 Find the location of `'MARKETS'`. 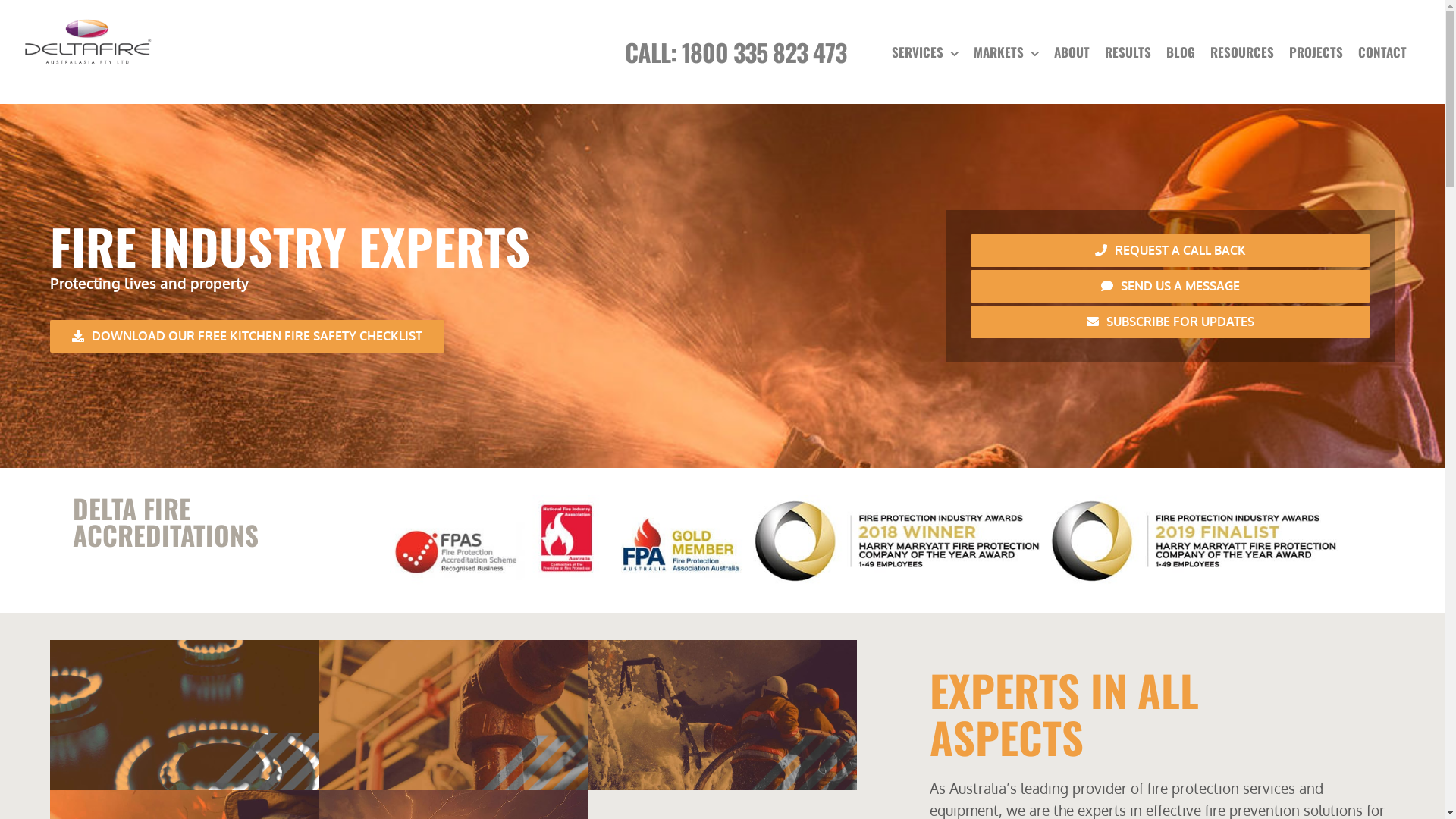

'MARKETS' is located at coordinates (1006, 51).